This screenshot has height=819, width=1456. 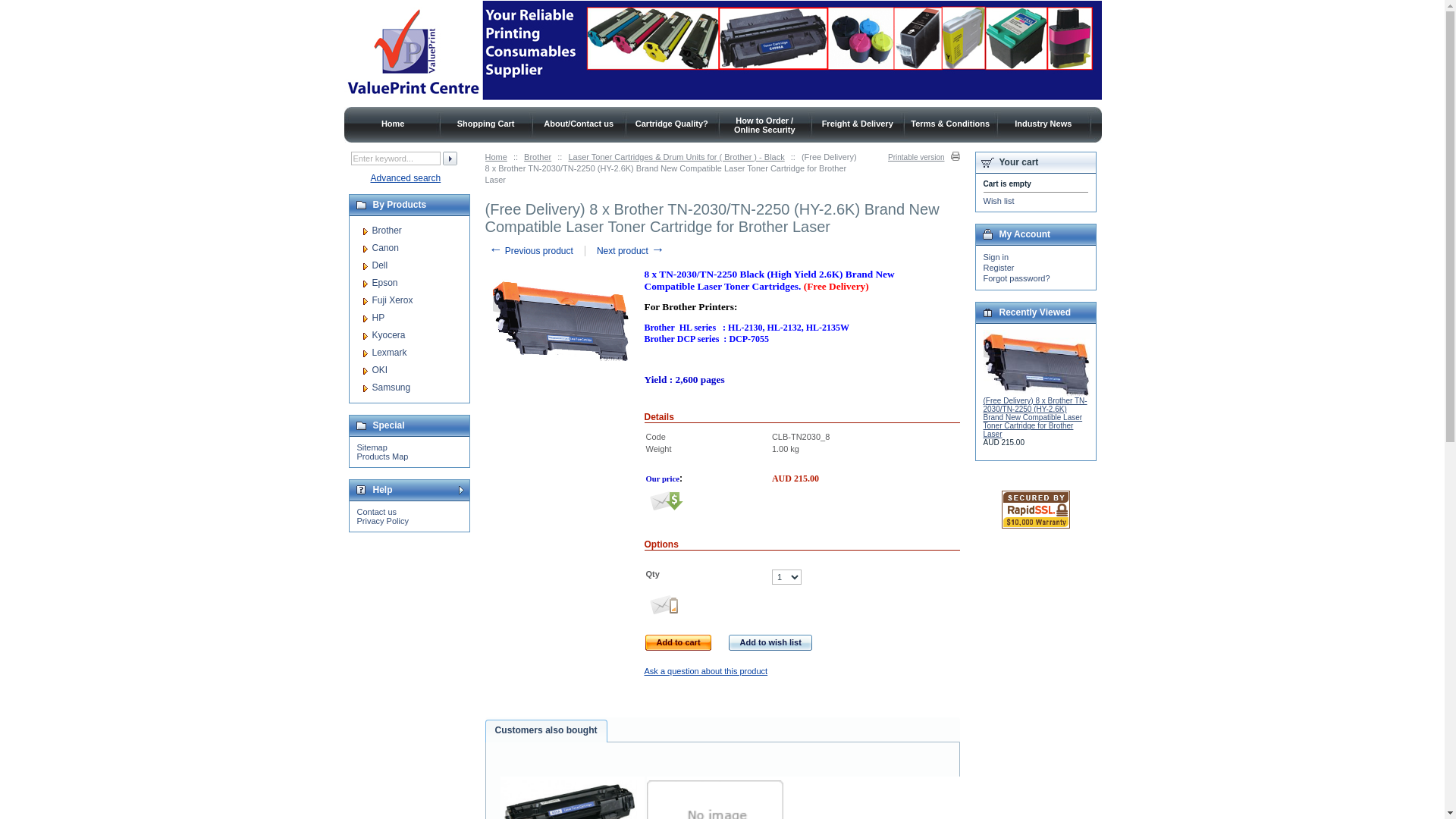 What do you see at coordinates (389, 353) in the screenshot?
I see `'Lexmark'` at bounding box center [389, 353].